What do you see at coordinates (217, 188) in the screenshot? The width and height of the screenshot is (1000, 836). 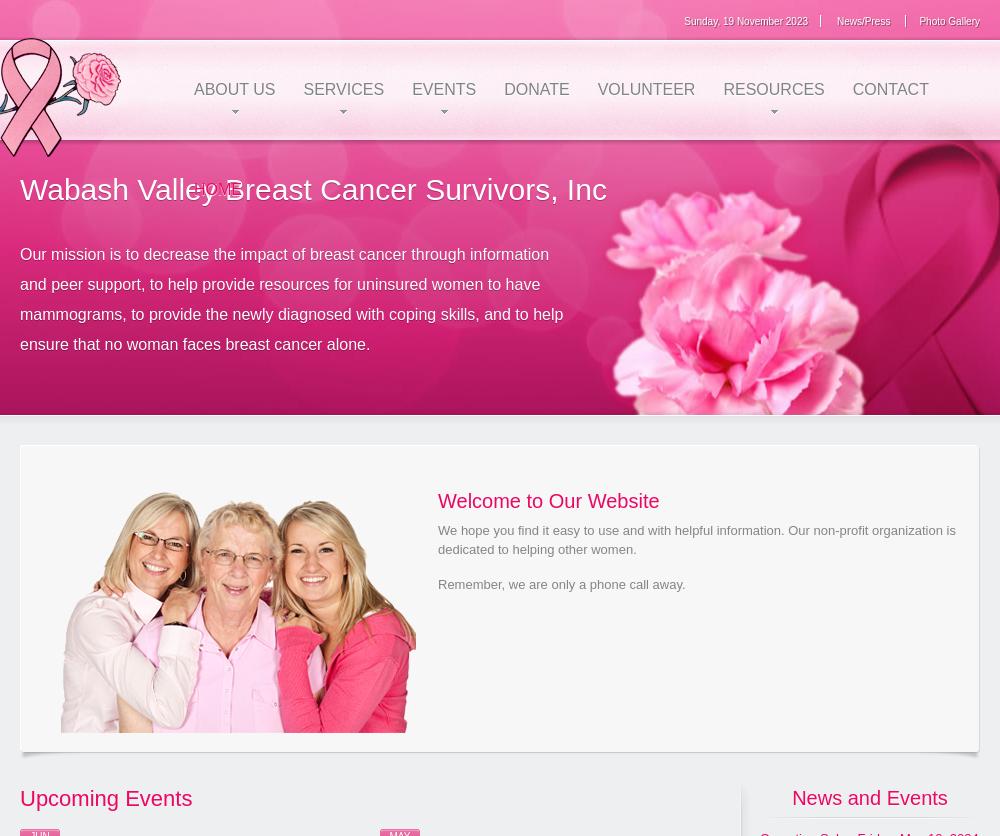 I see `'Home'` at bounding box center [217, 188].